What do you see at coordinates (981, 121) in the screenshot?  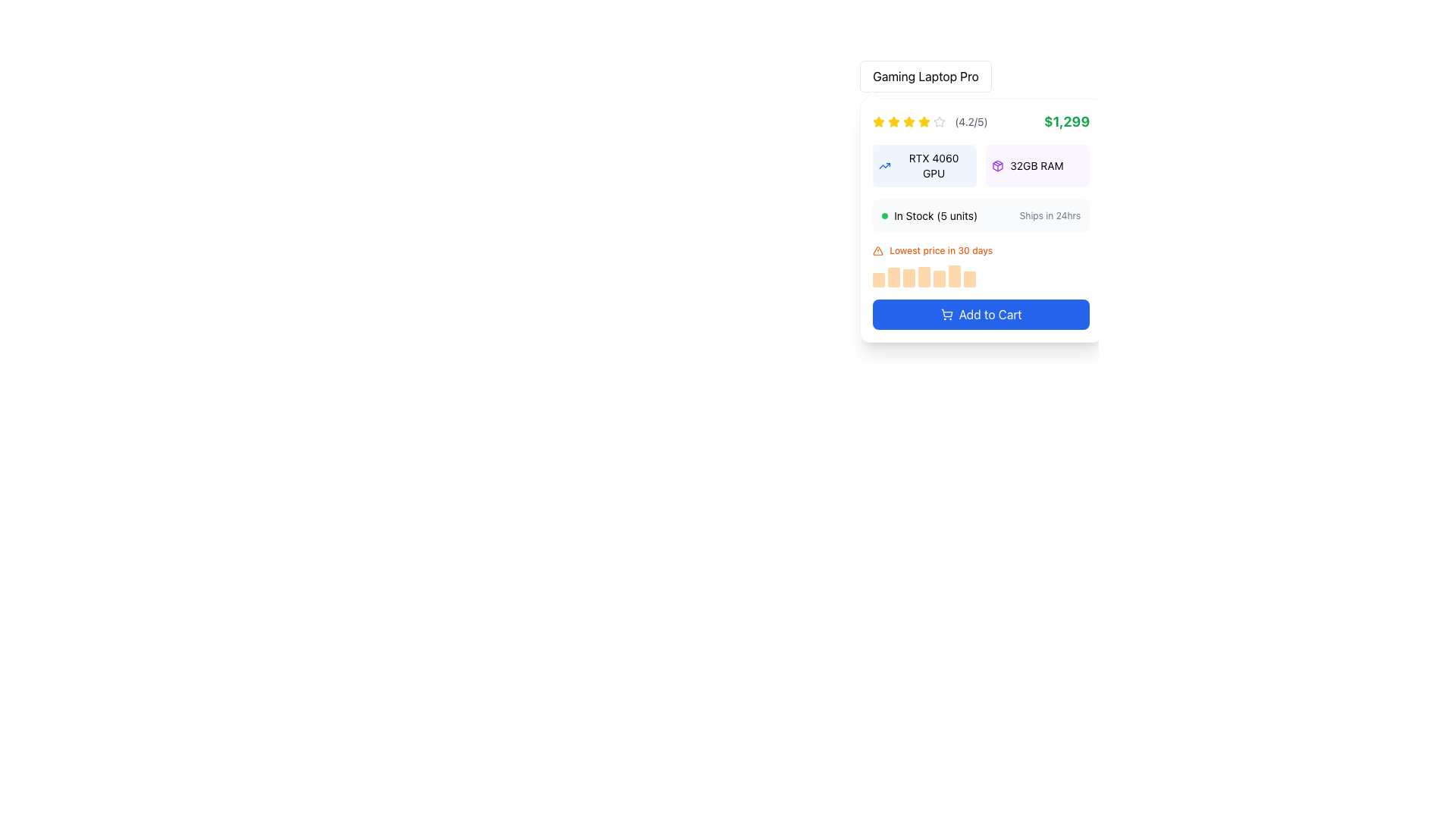 I see `the Rating and price information display showing a rating of '(4.2/5)' and a price of '$1,299', which is located below the title 'Gaming Laptop Pro'` at bounding box center [981, 121].